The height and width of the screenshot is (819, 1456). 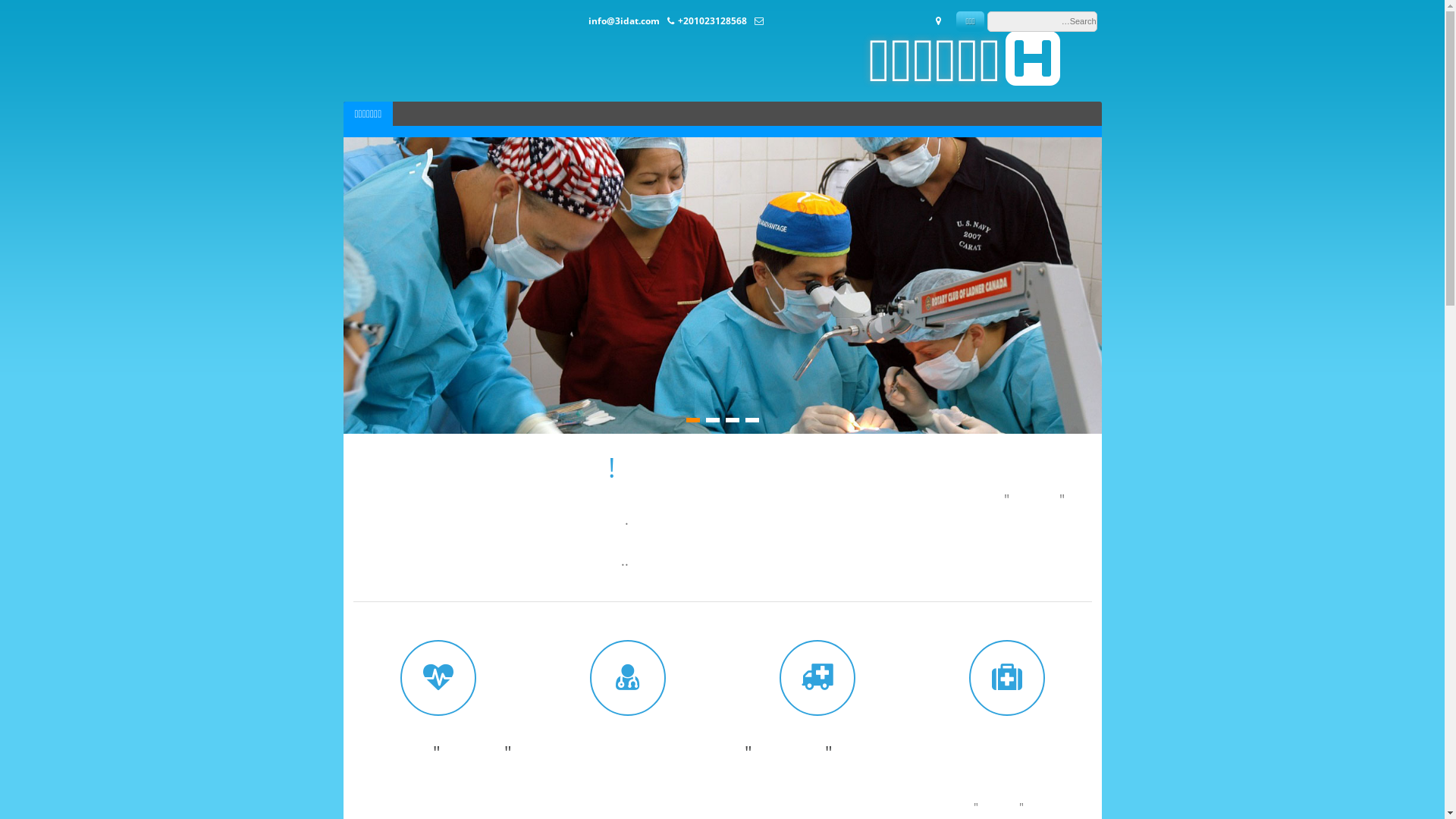 I want to click on '4', so click(x=691, y=420).